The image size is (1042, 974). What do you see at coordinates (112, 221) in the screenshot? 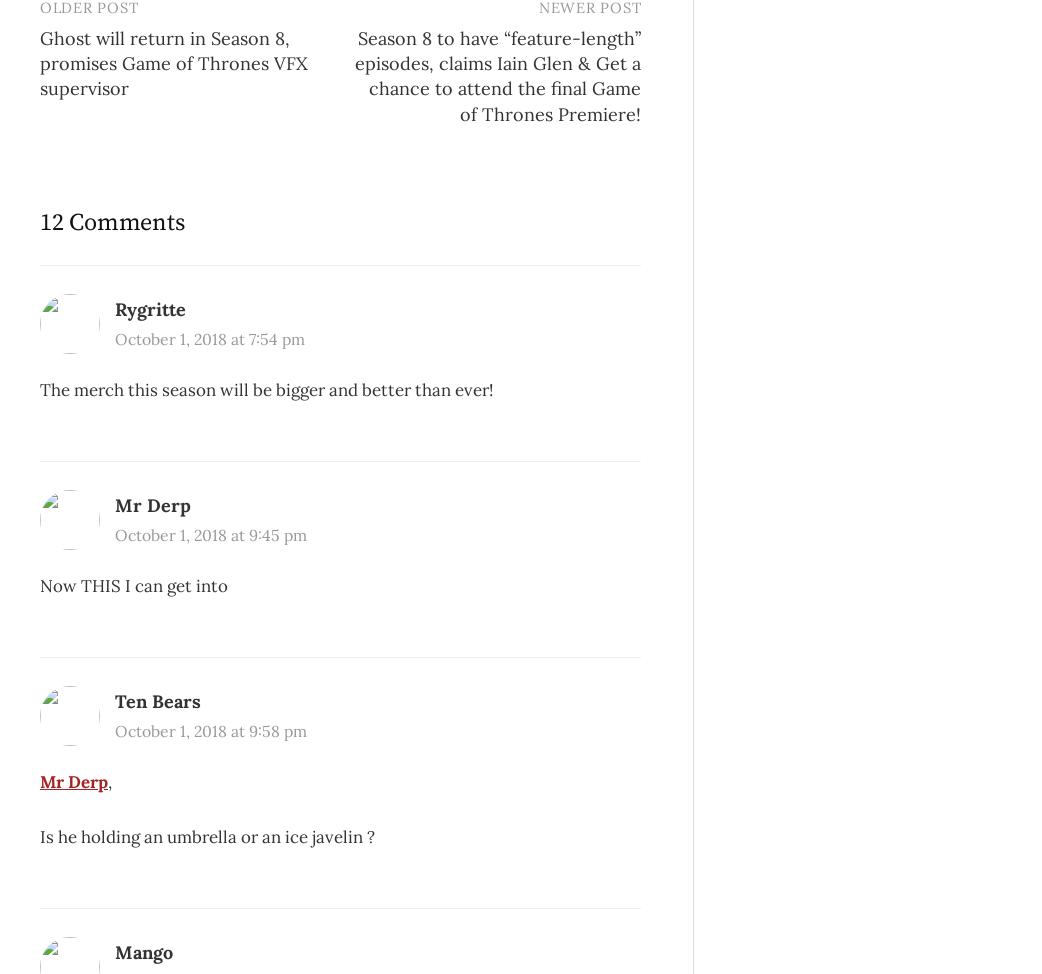
I see `'12 Comments'` at bounding box center [112, 221].